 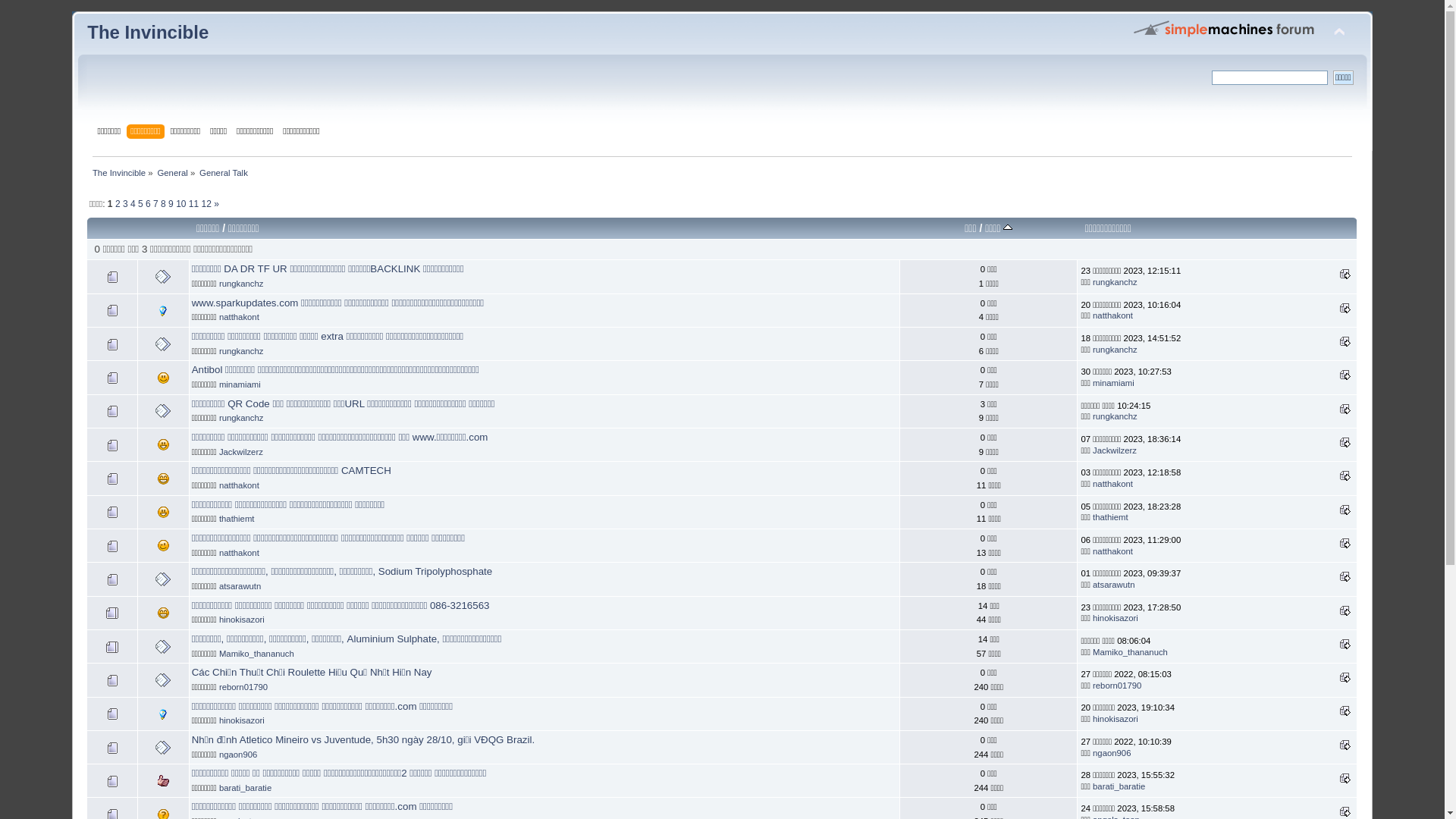 I want to click on 'rungkanchz', so click(x=1115, y=350).